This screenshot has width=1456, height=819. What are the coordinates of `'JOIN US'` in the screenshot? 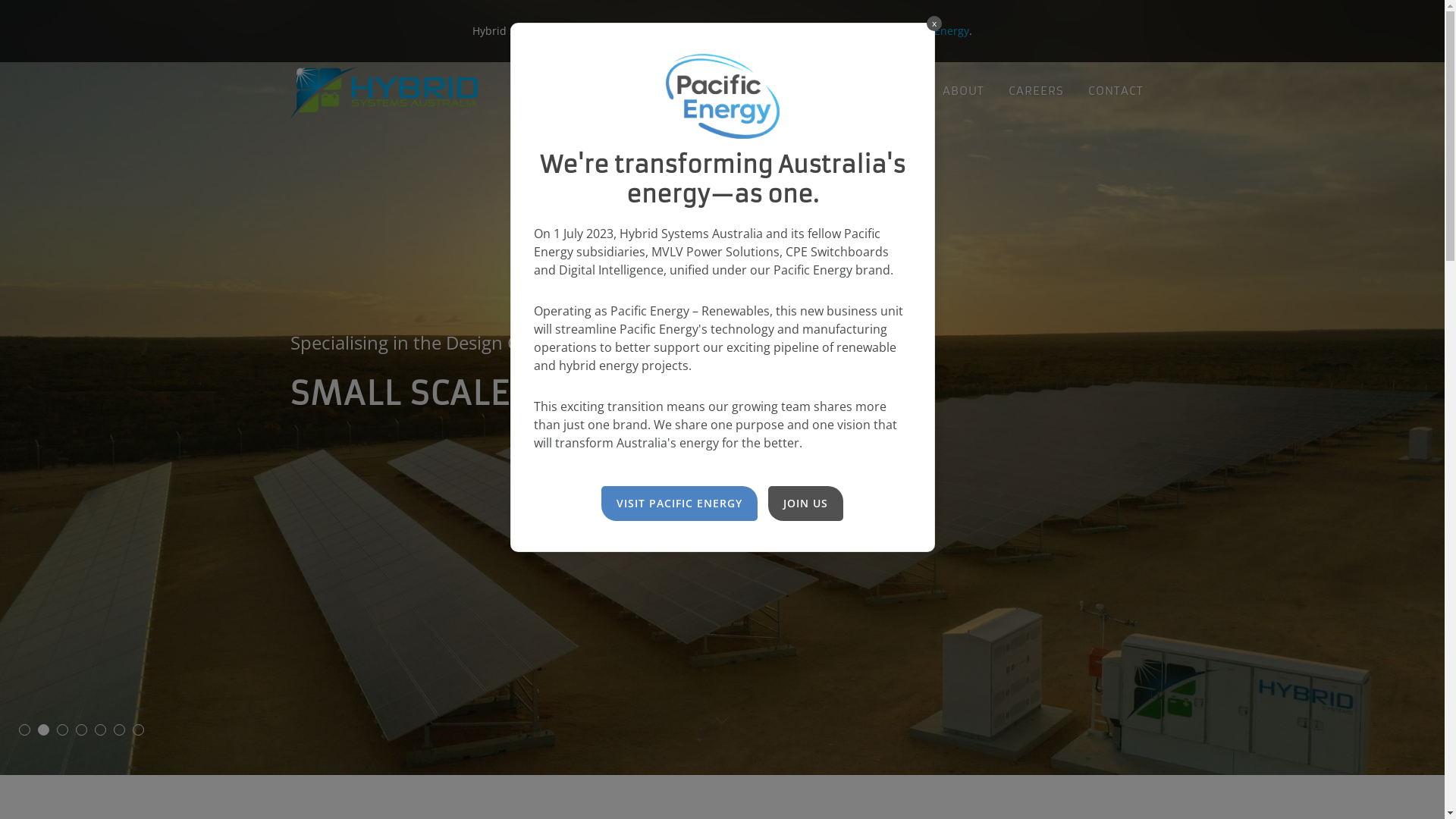 It's located at (805, 503).